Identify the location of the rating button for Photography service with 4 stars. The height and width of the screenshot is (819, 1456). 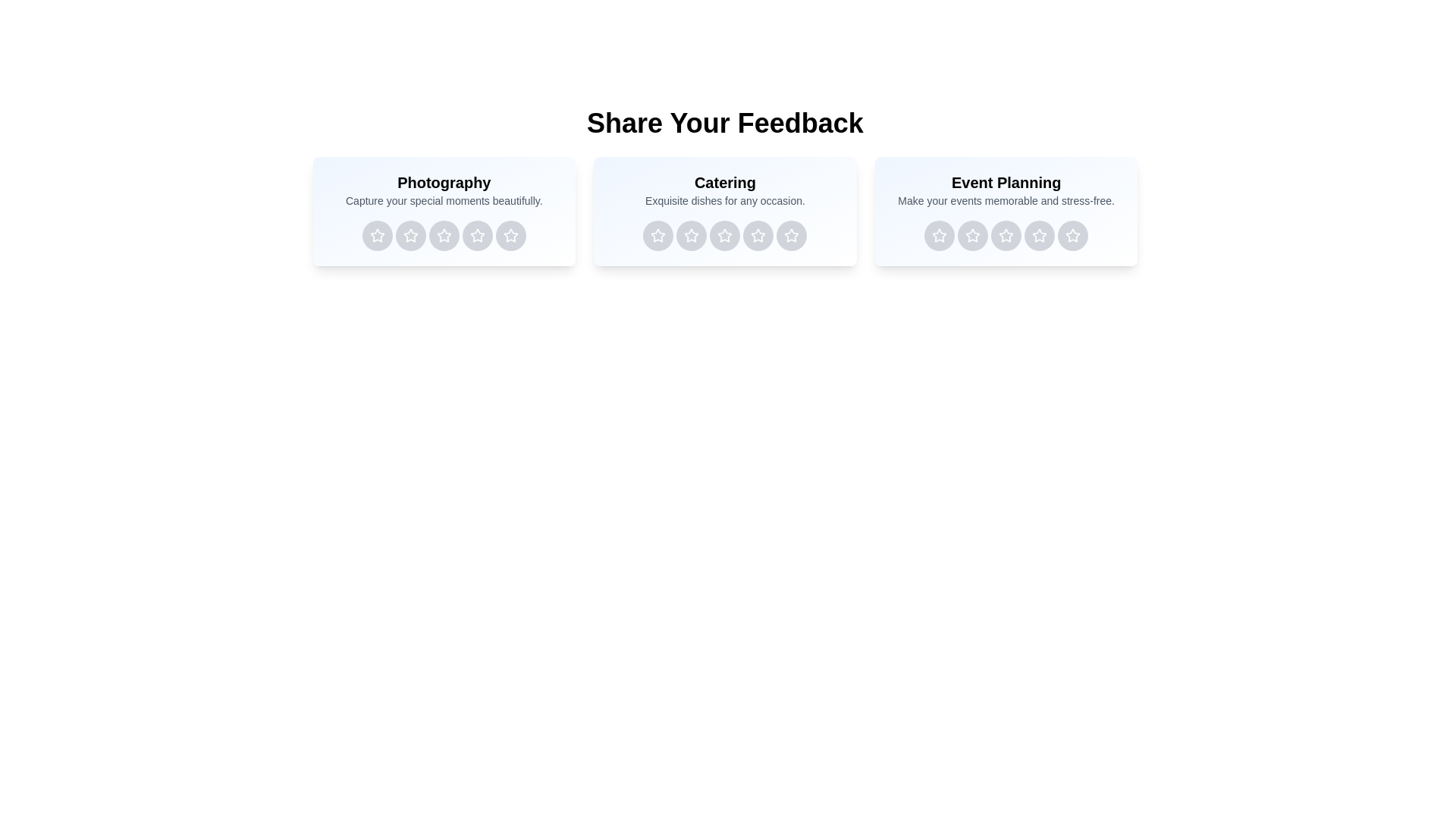
(475, 236).